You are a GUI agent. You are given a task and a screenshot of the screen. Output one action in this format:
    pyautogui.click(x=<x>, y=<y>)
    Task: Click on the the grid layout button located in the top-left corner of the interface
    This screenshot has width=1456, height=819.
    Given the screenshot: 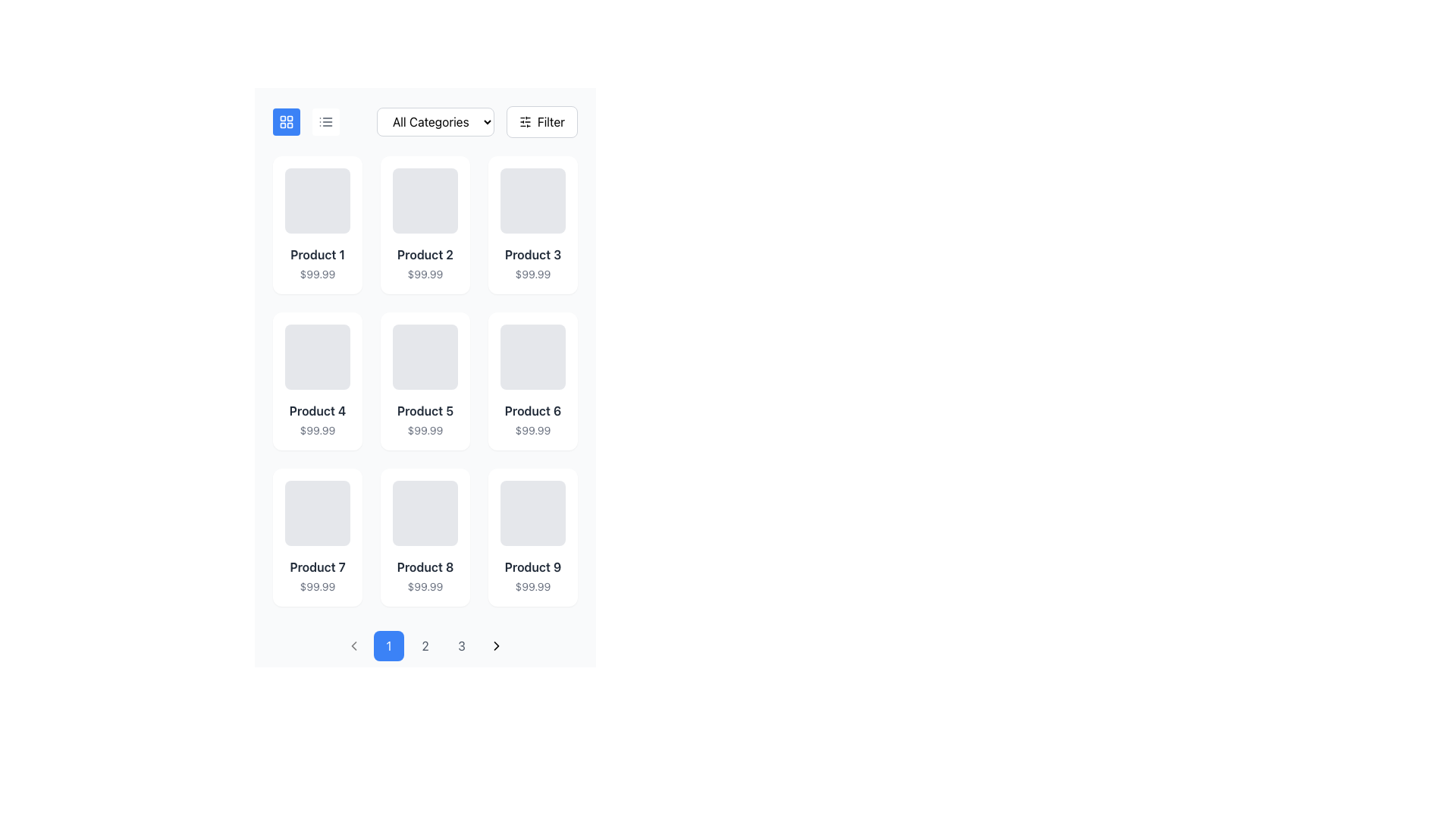 What is the action you would take?
    pyautogui.click(x=287, y=121)
    